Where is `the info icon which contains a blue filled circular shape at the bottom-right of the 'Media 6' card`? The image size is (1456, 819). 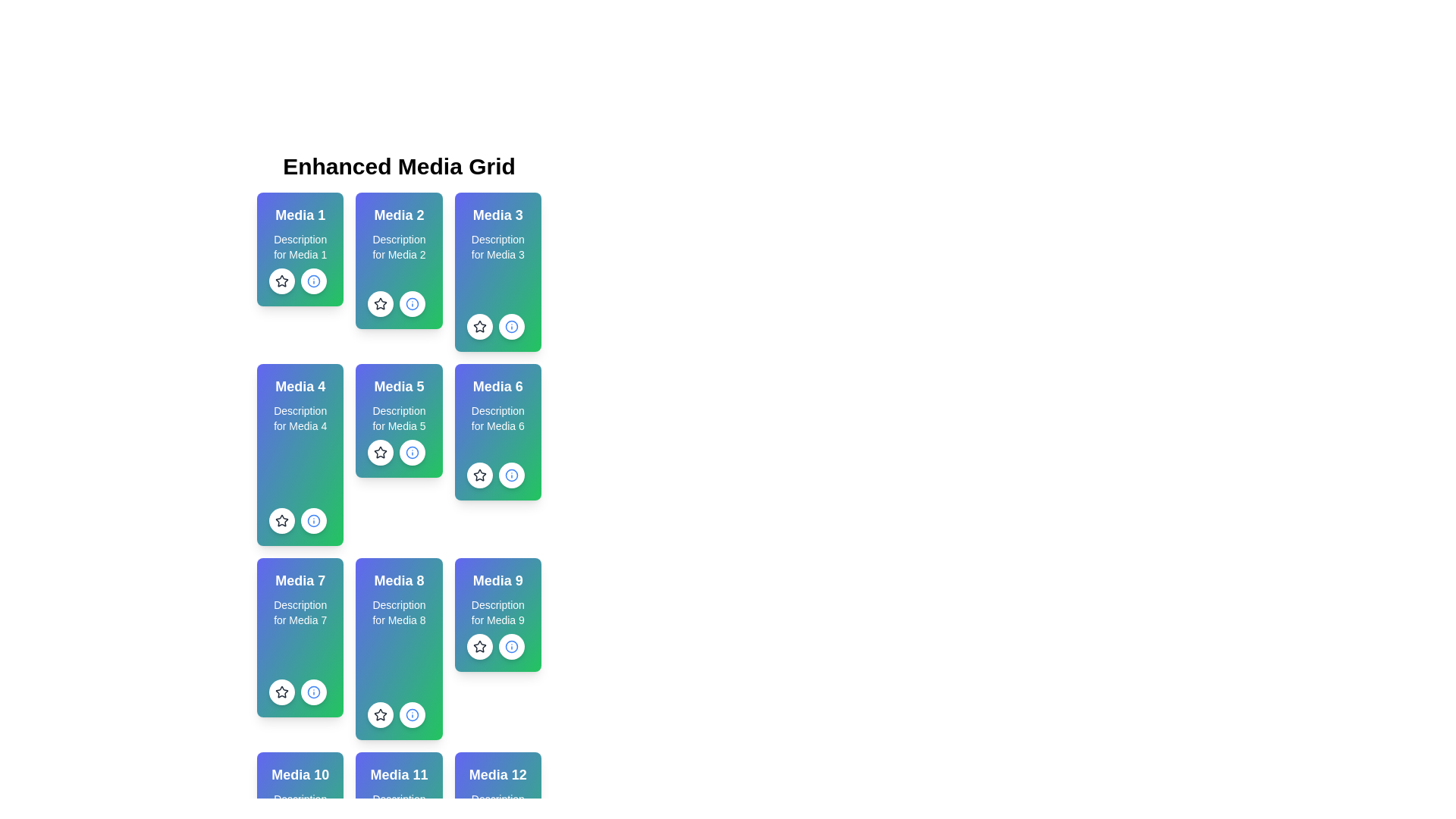
the info icon which contains a blue filled circular shape at the bottom-right of the 'Media 6' card is located at coordinates (511, 475).